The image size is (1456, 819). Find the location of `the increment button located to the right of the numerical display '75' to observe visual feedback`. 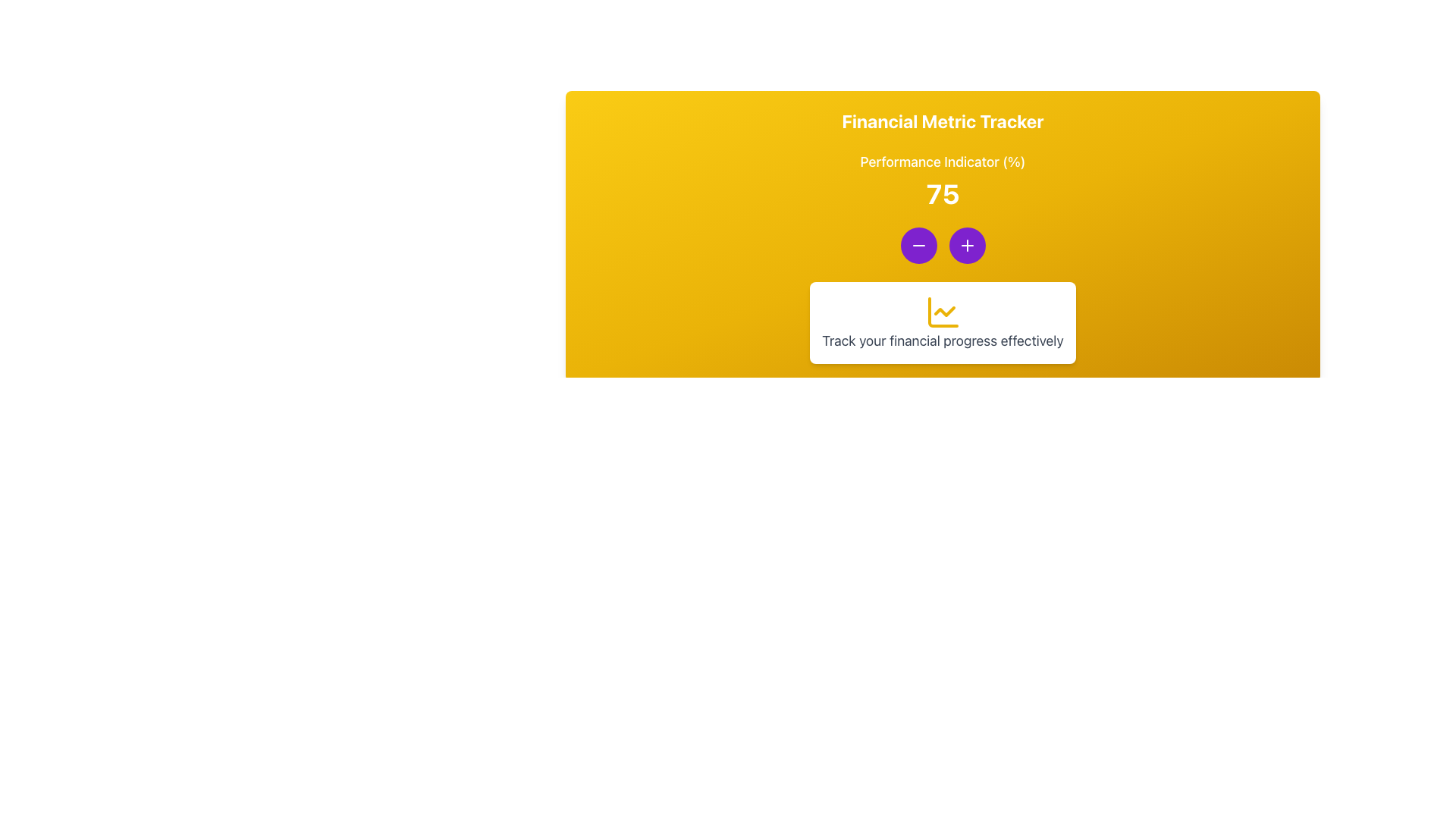

the increment button located to the right of the numerical display '75' to observe visual feedback is located at coordinates (966, 245).